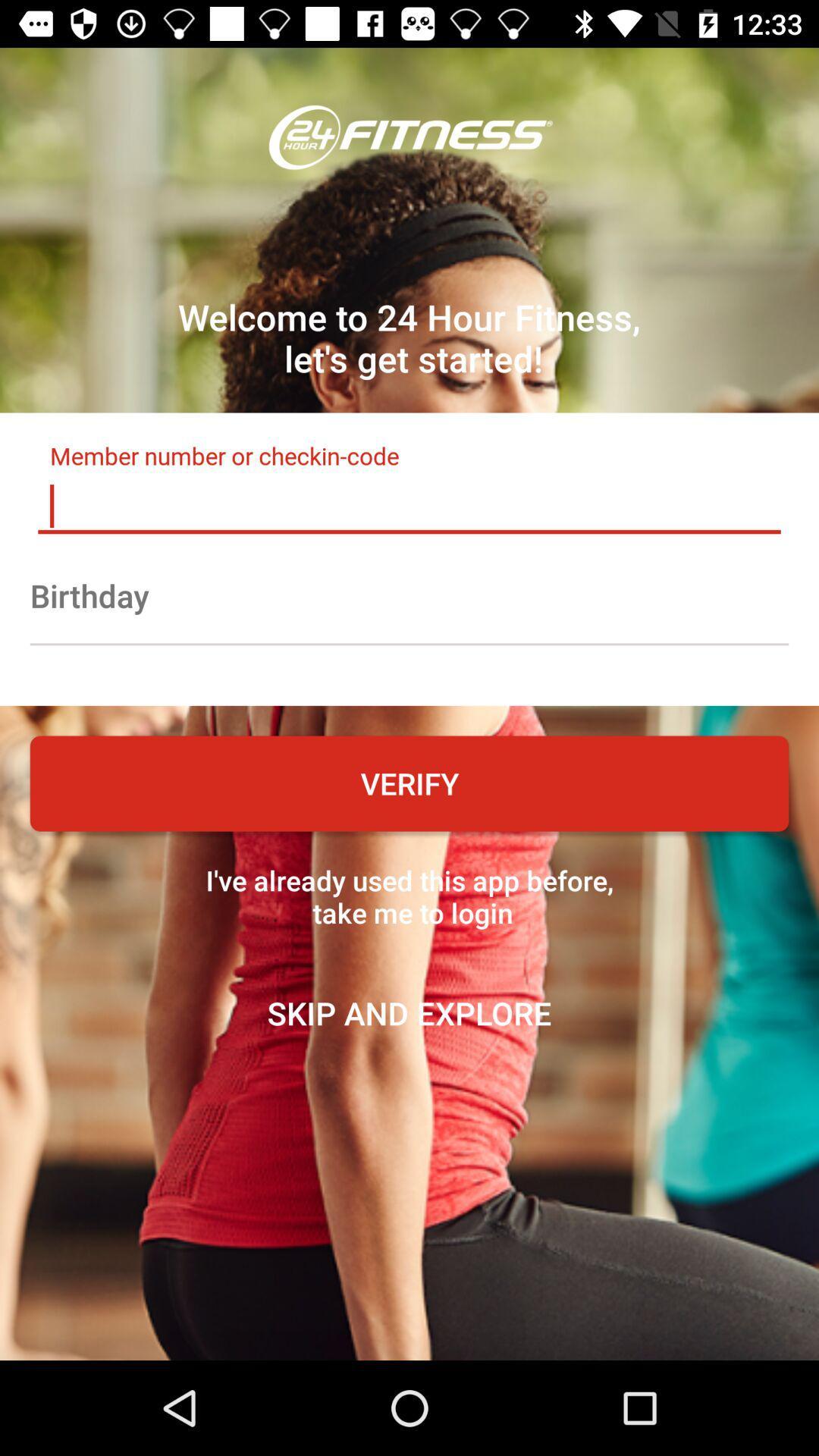 The width and height of the screenshot is (819, 1456). I want to click on type member number, so click(409, 506).